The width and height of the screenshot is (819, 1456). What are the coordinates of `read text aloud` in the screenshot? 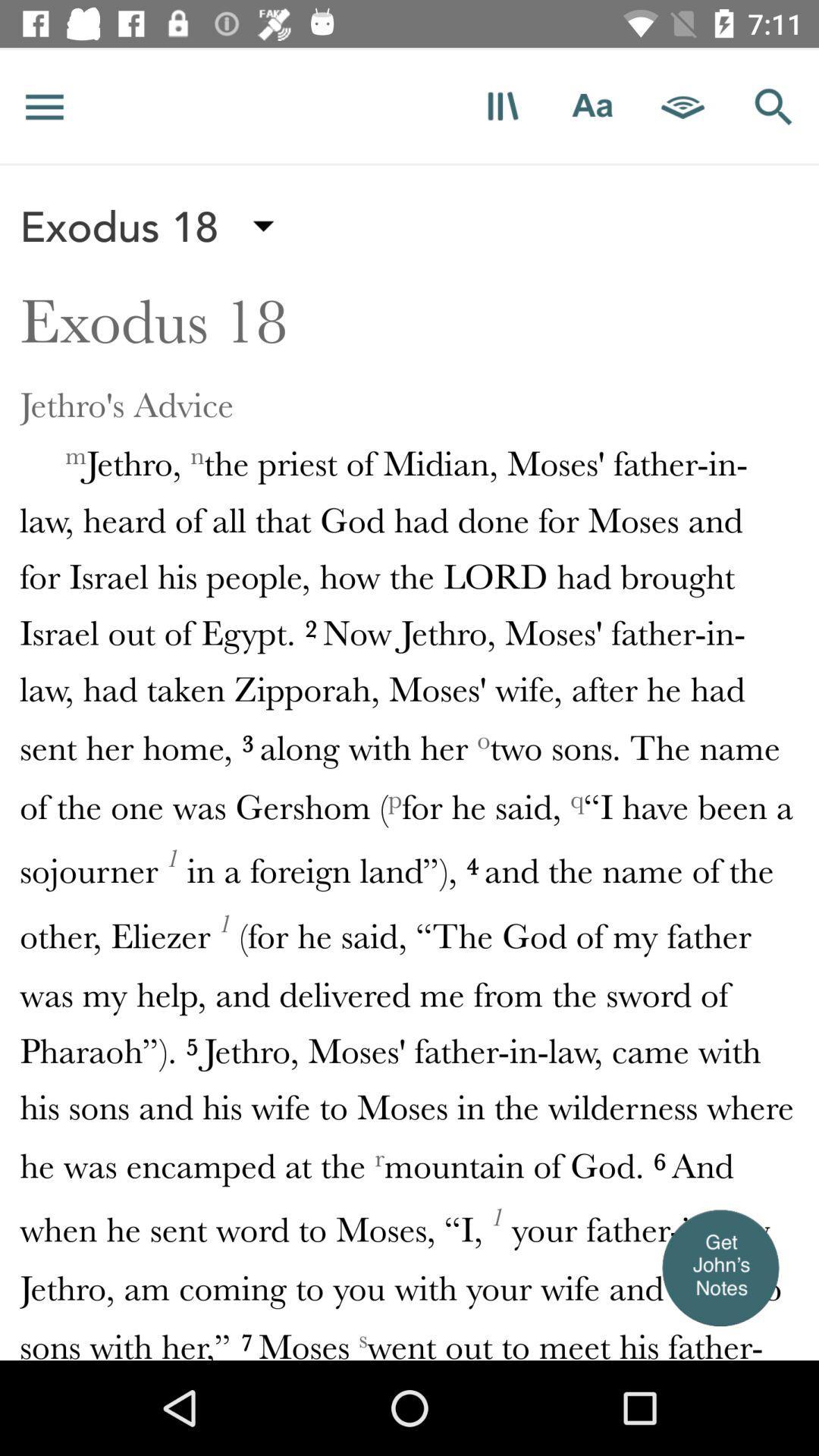 It's located at (683, 105).